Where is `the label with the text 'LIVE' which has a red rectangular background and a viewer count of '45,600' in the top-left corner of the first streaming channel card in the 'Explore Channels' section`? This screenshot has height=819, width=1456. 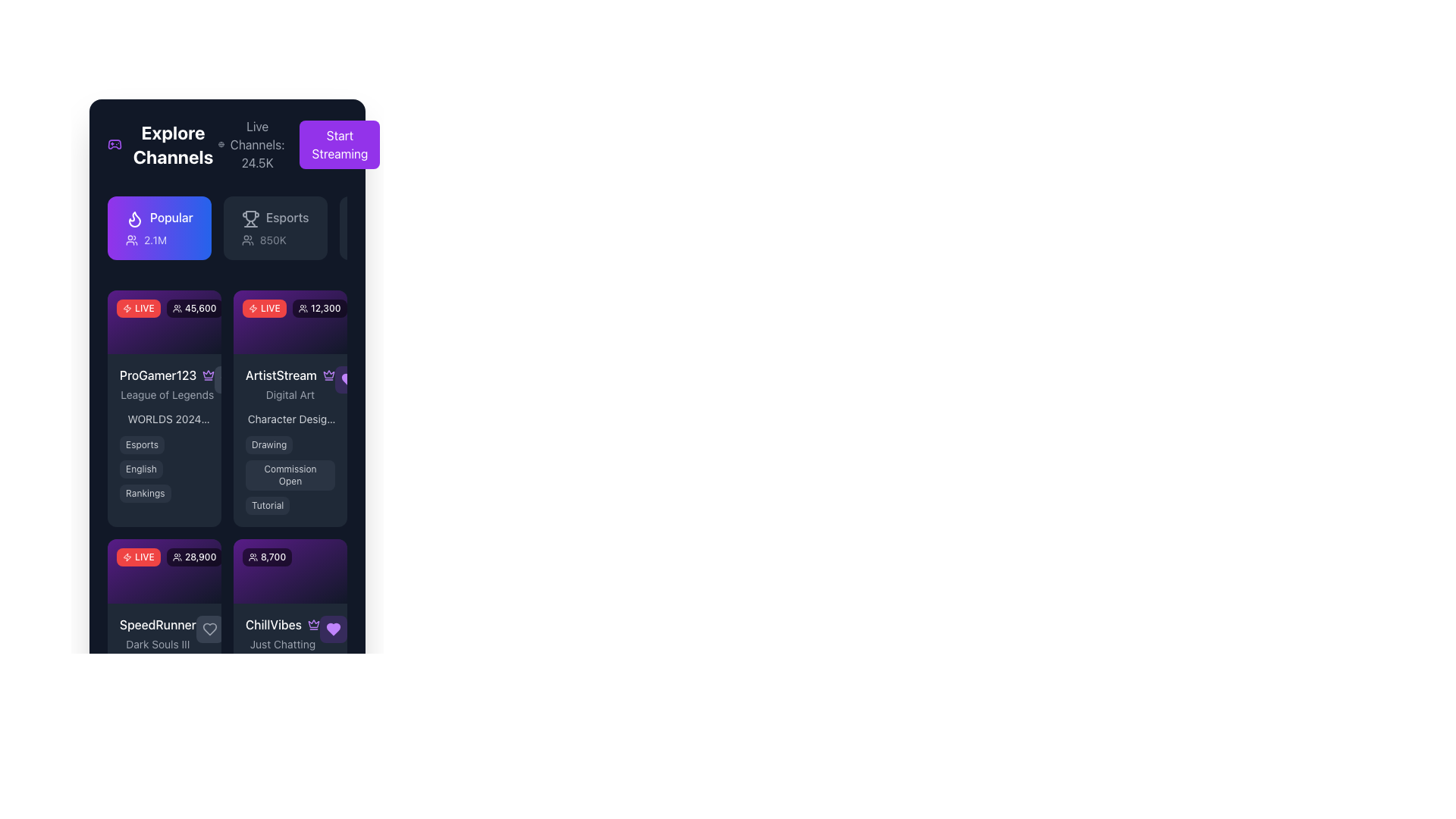 the label with the text 'LIVE' which has a red rectangular background and a viewer count of '45,600' in the top-left corner of the first streaming channel card in the 'Explore Channels' section is located at coordinates (169, 308).